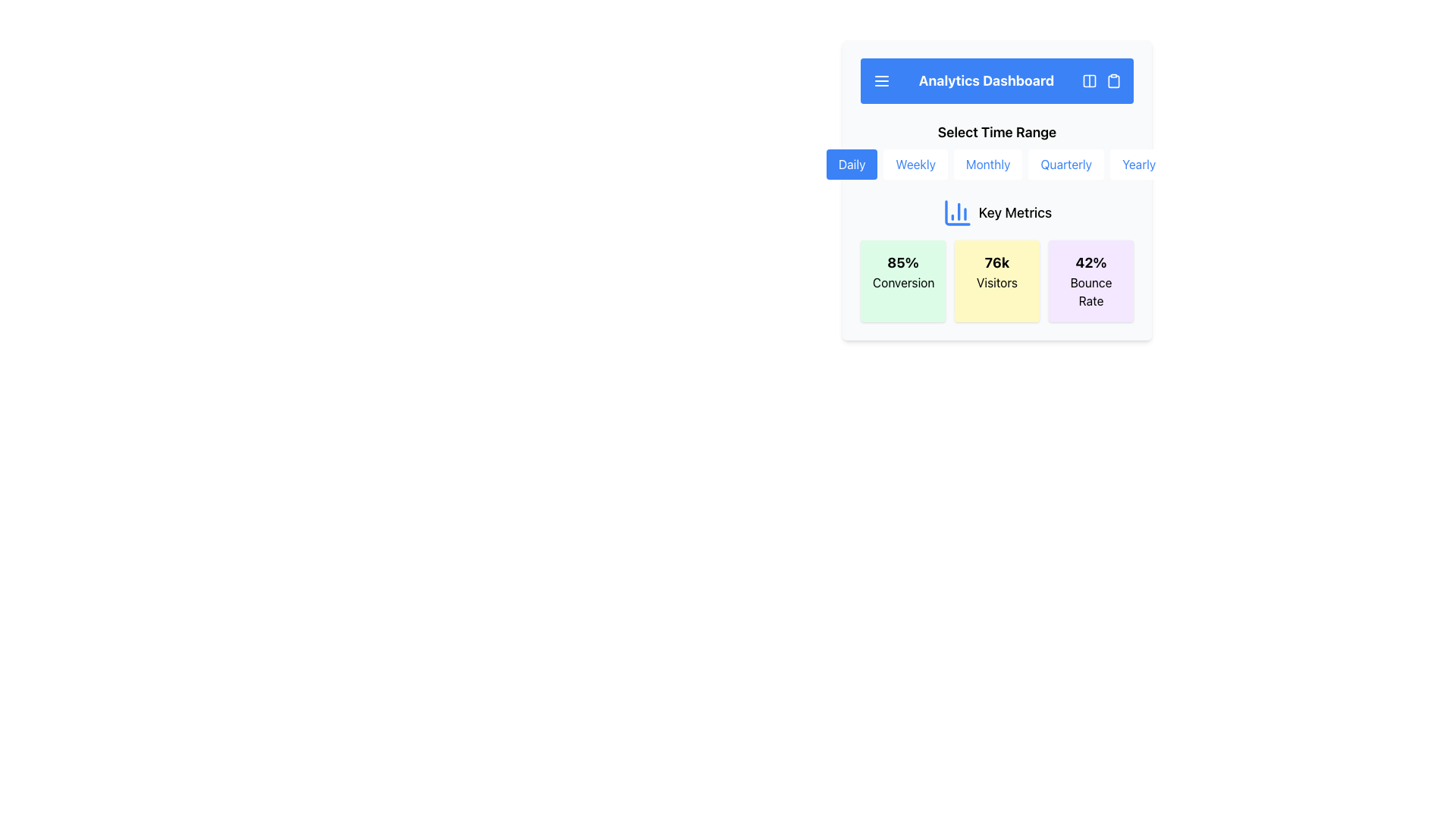 Image resolution: width=1456 pixels, height=819 pixels. Describe the element at coordinates (1090, 292) in the screenshot. I see `the text label displaying 'Bounce Rate' in black font, which is centrally aligned within a light purple box, located directly underneath '42%' in the card-like component of the 'Key Metrics' section` at that location.